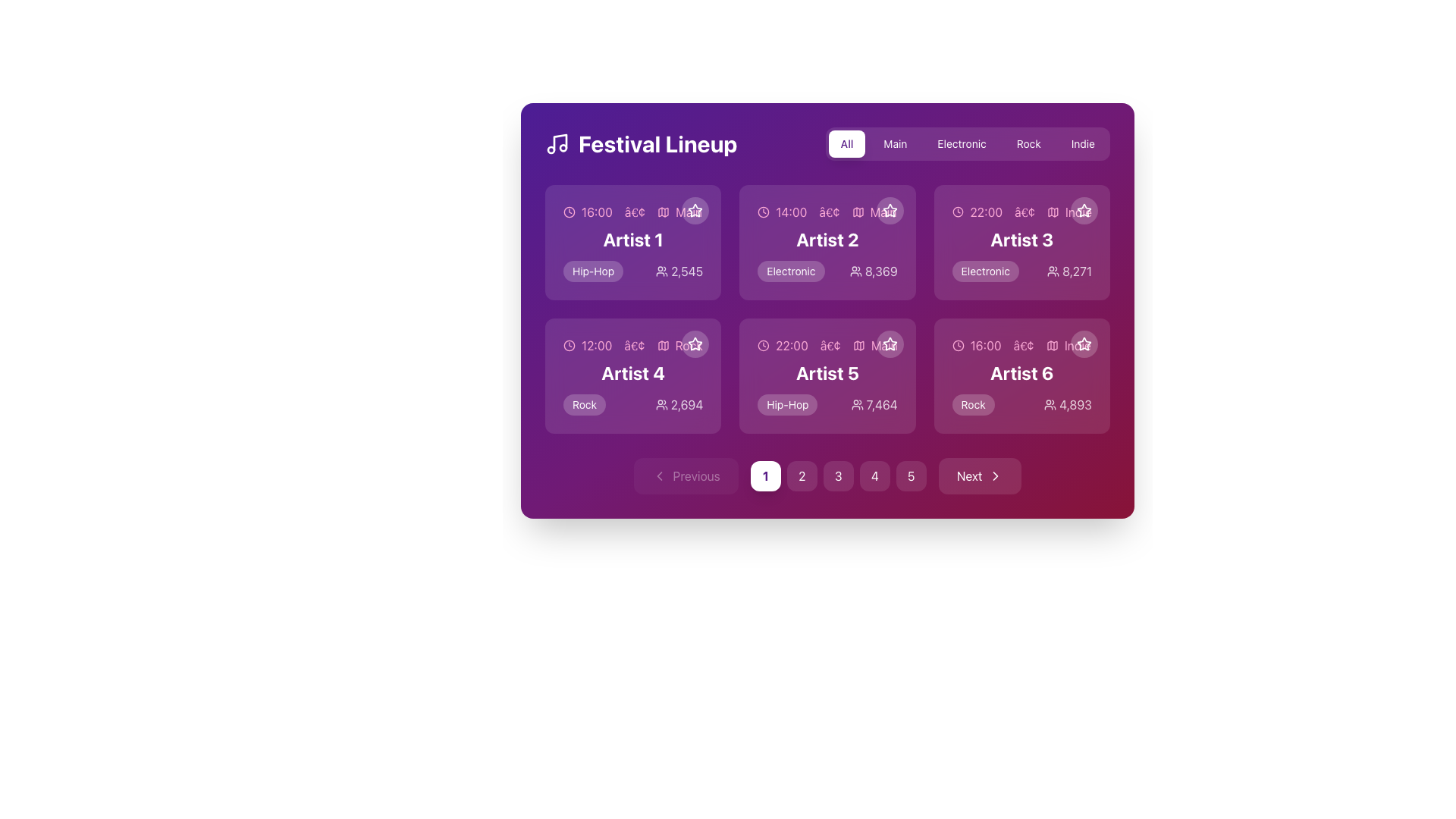 This screenshot has height=819, width=1456. Describe the element at coordinates (837, 475) in the screenshot. I see `the circular button displaying the number '3', which is positioned between the buttons labeled '2' and '4' at the bottom of the interface` at that location.